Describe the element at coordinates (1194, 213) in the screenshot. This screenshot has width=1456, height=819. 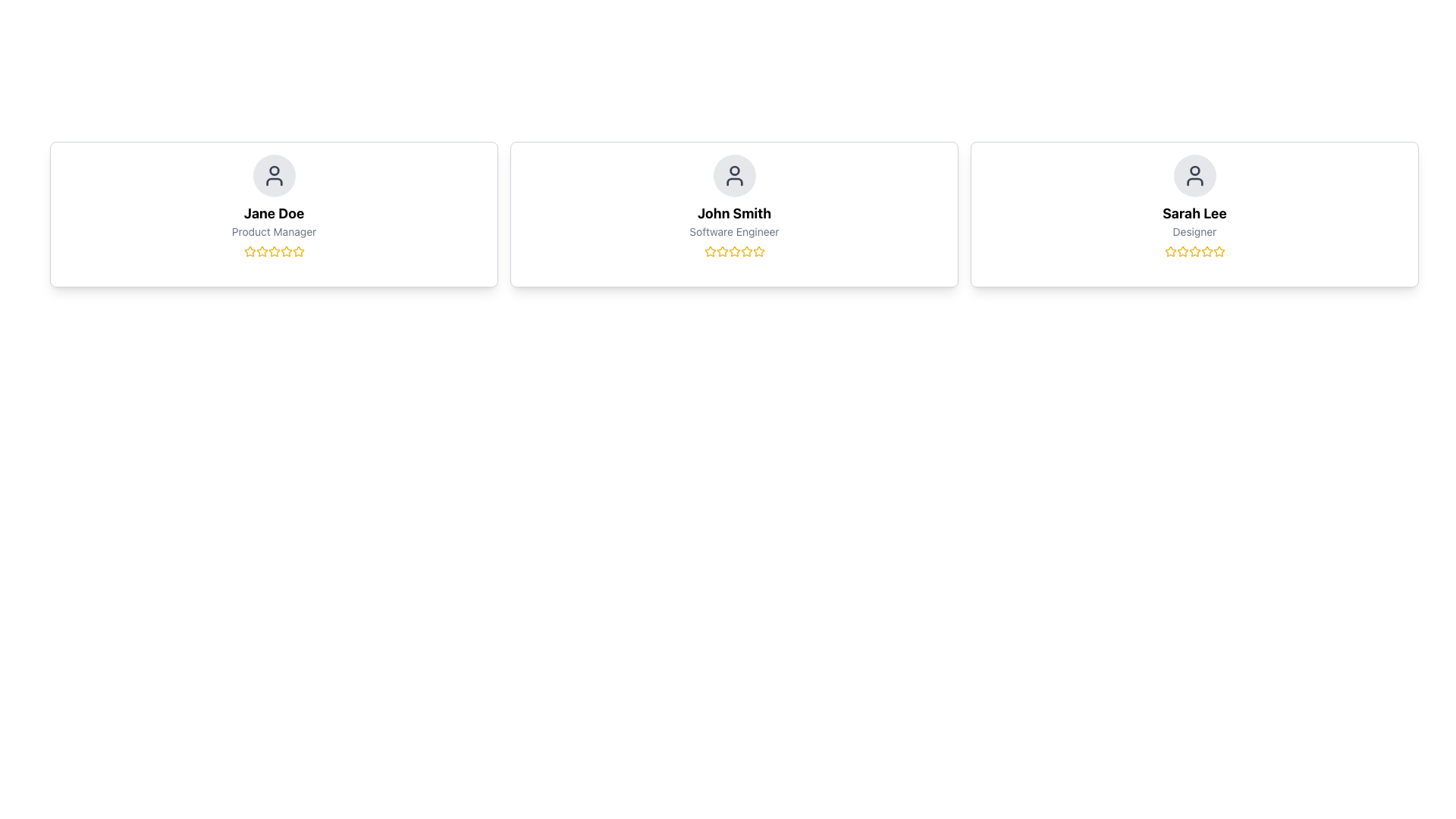
I see `the text label displaying the name 'Sarah Lee' which is centrally located within its card, positioned below an avatar icon and above a smaller 'Designer' label` at that location.